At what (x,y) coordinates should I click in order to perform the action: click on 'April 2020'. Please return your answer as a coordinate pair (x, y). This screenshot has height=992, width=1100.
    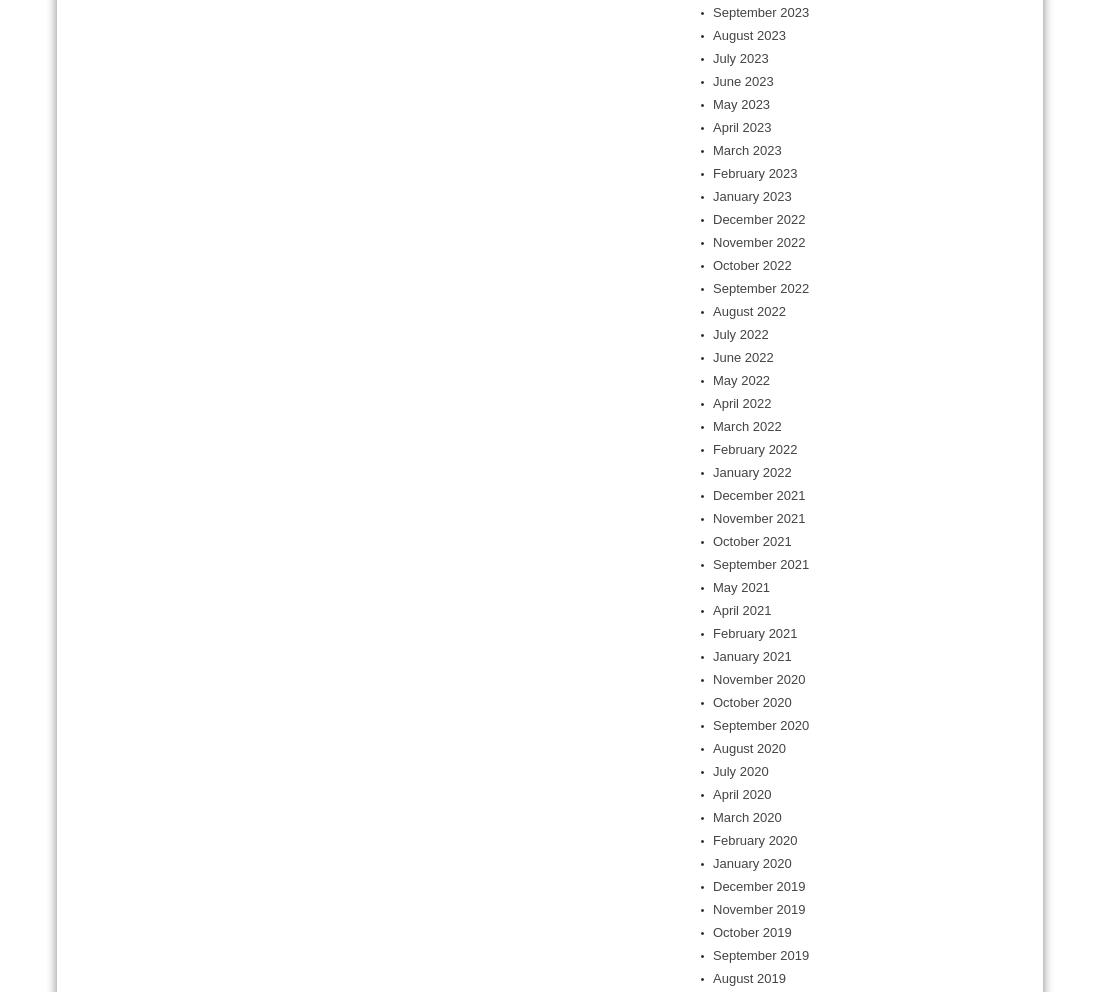
    Looking at the image, I should click on (740, 794).